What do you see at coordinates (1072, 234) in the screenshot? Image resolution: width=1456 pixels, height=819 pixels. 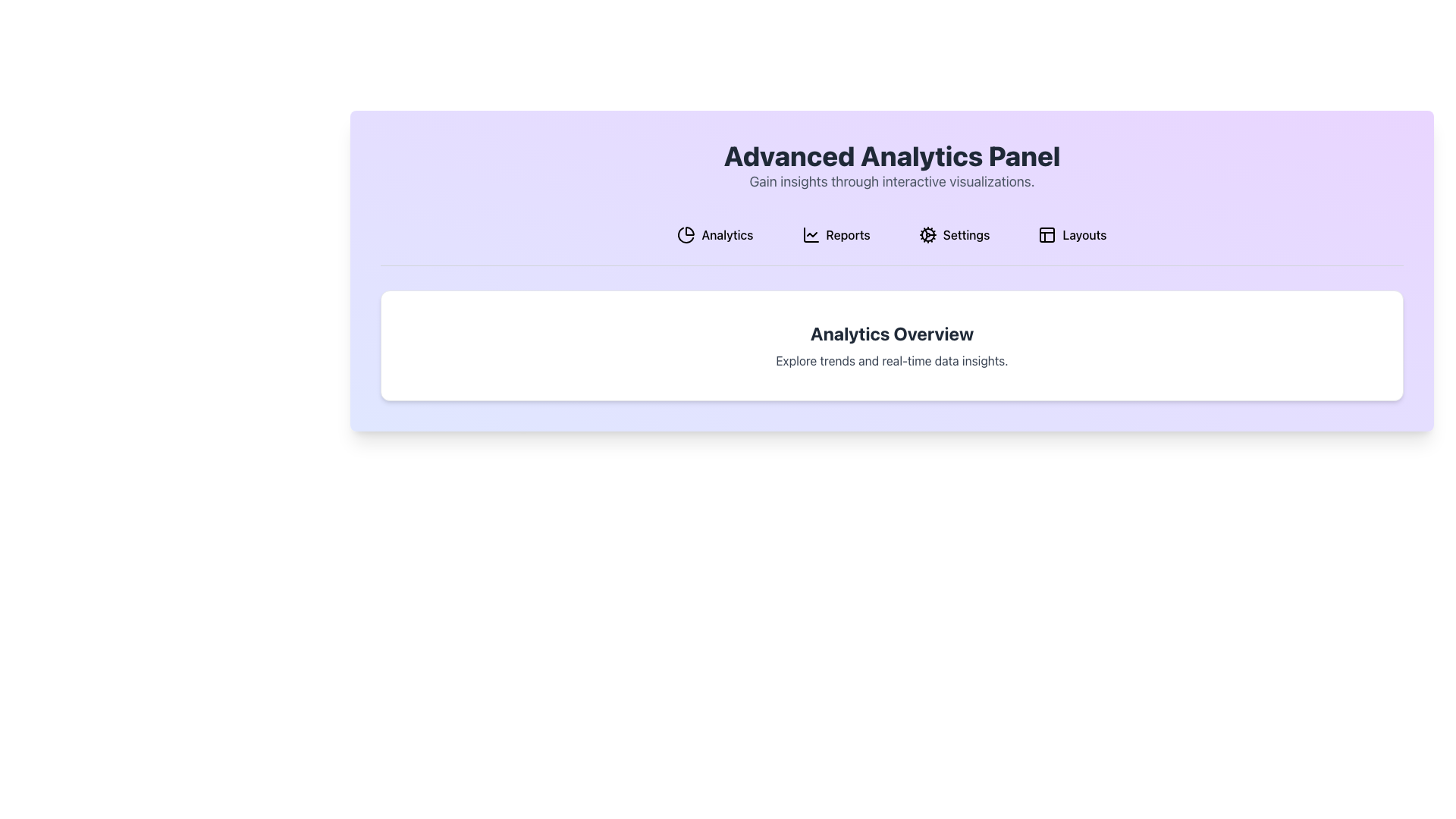 I see `the 'Layouts' tab button, which is the fourth tab in the navigation bar, to observe its hover effects` at bounding box center [1072, 234].